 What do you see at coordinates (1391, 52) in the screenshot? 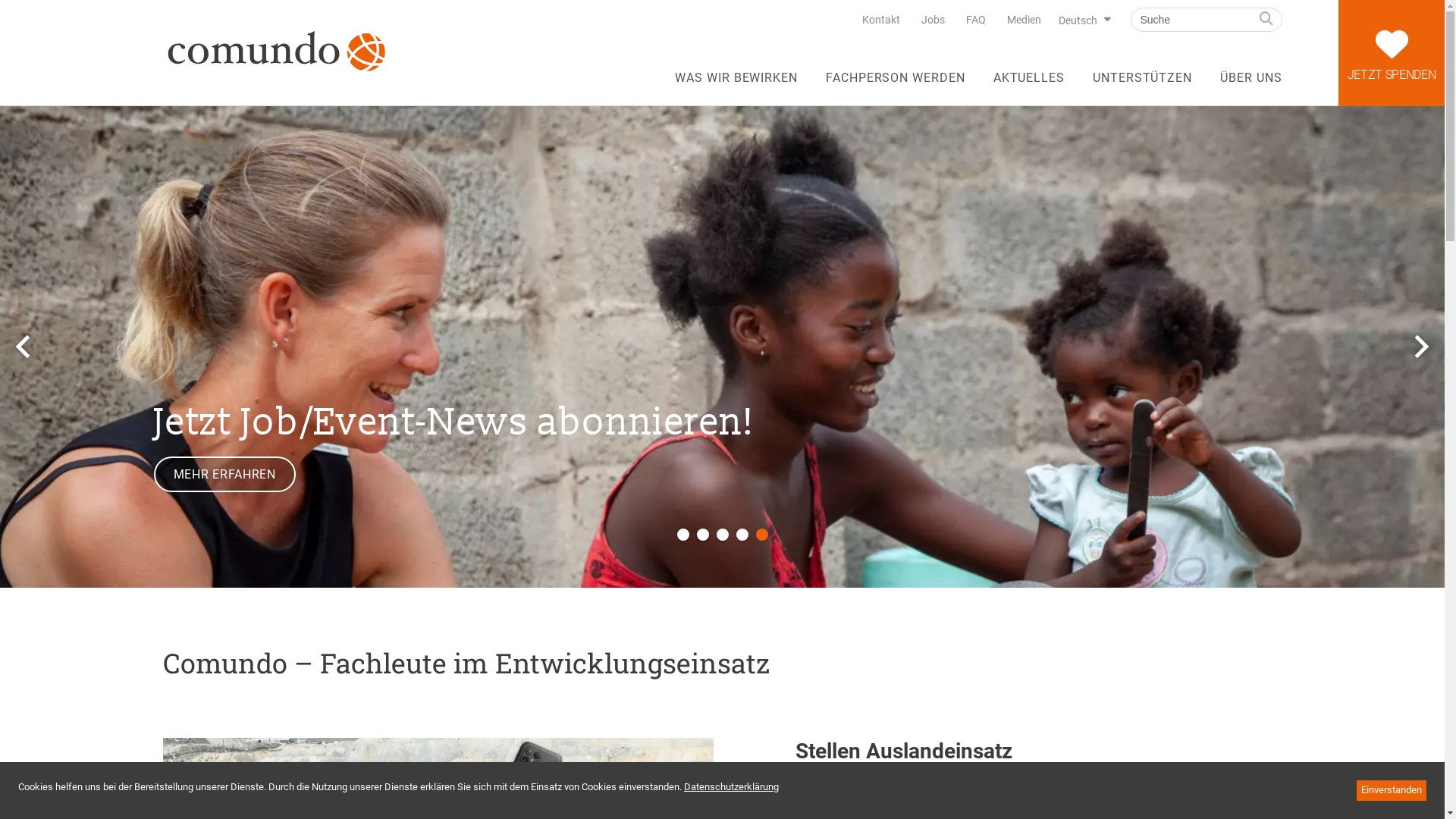
I see `'JETZT SPENDEN'` at bounding box center [1391, 52].